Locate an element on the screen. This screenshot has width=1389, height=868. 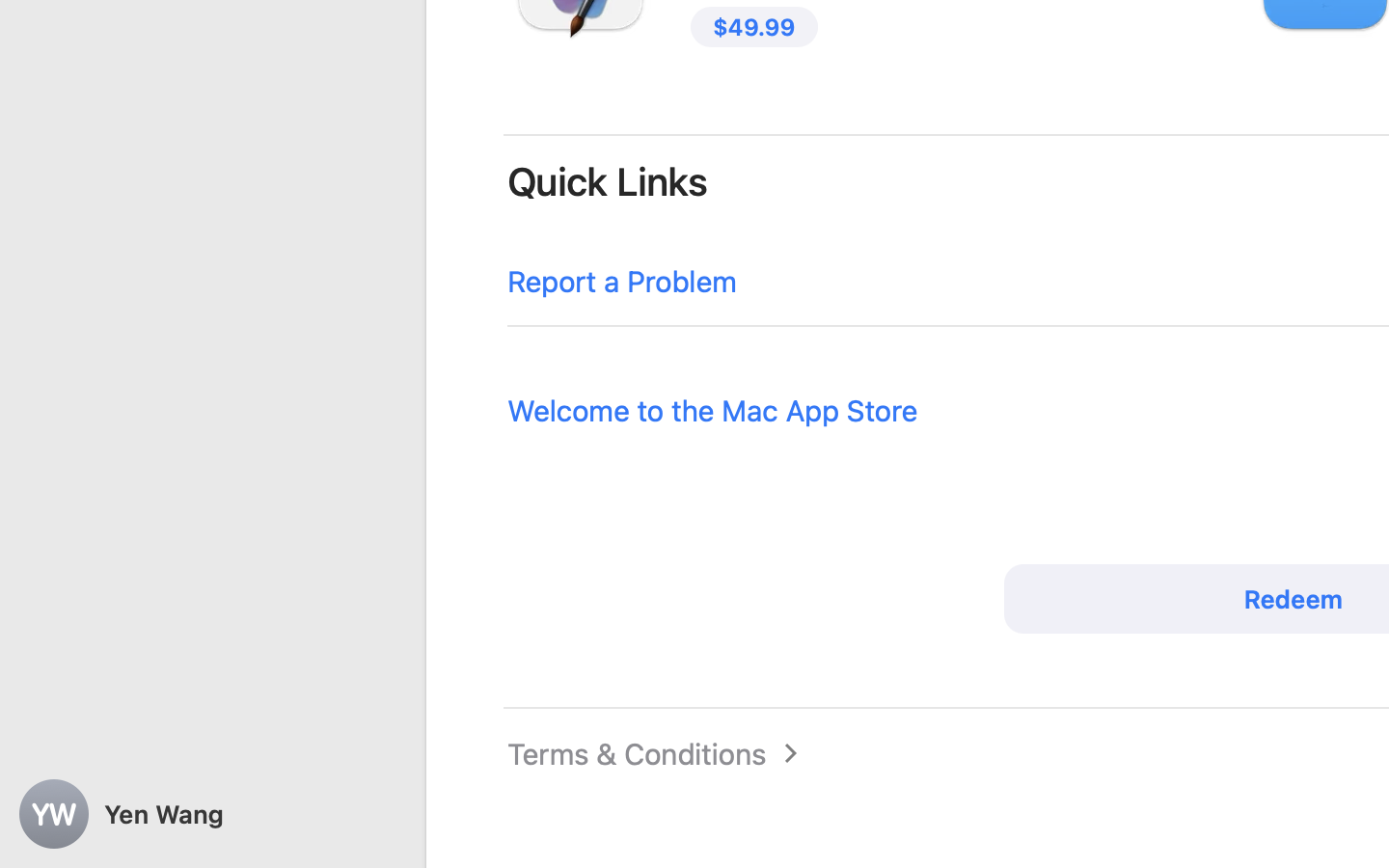
'Yen Wang' is located at coordinates (212, 814).